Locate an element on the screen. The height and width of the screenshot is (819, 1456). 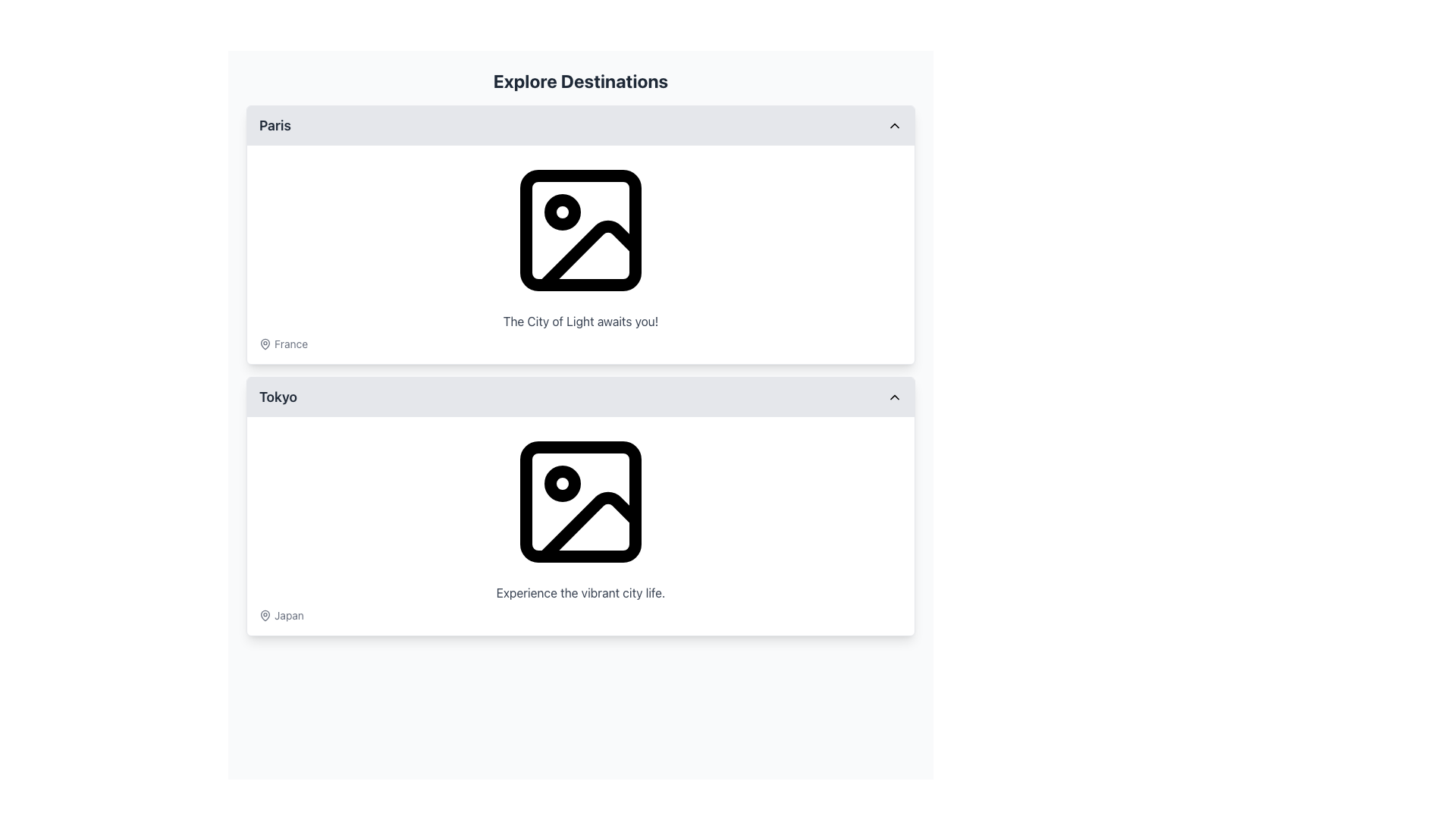
the central graphic icon representing the destination theme in the 'Paris' section, located below the title 'Explore Destinations' is located at coordinates (588, 254).